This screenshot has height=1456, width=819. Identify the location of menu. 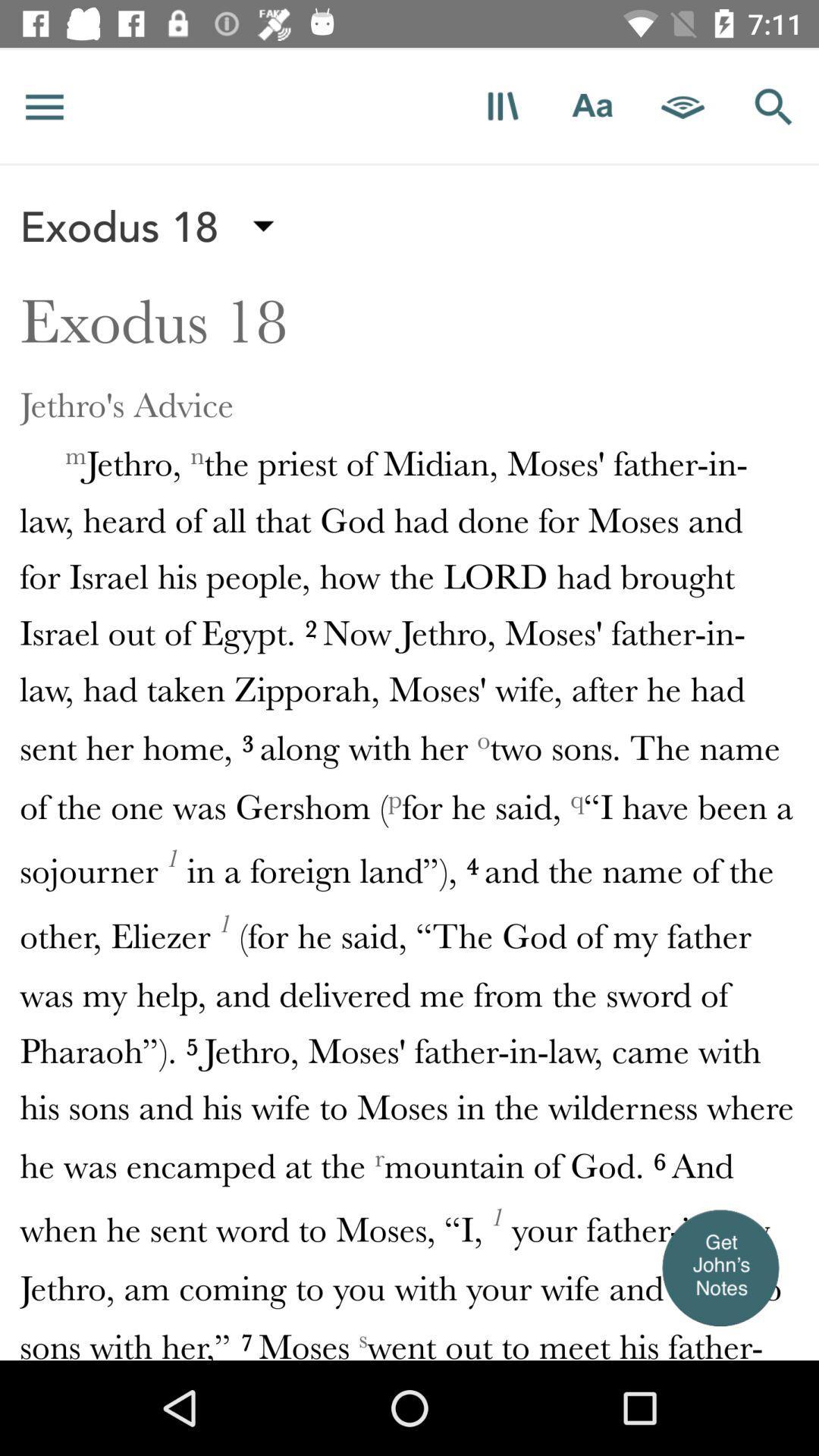
(44, 105).